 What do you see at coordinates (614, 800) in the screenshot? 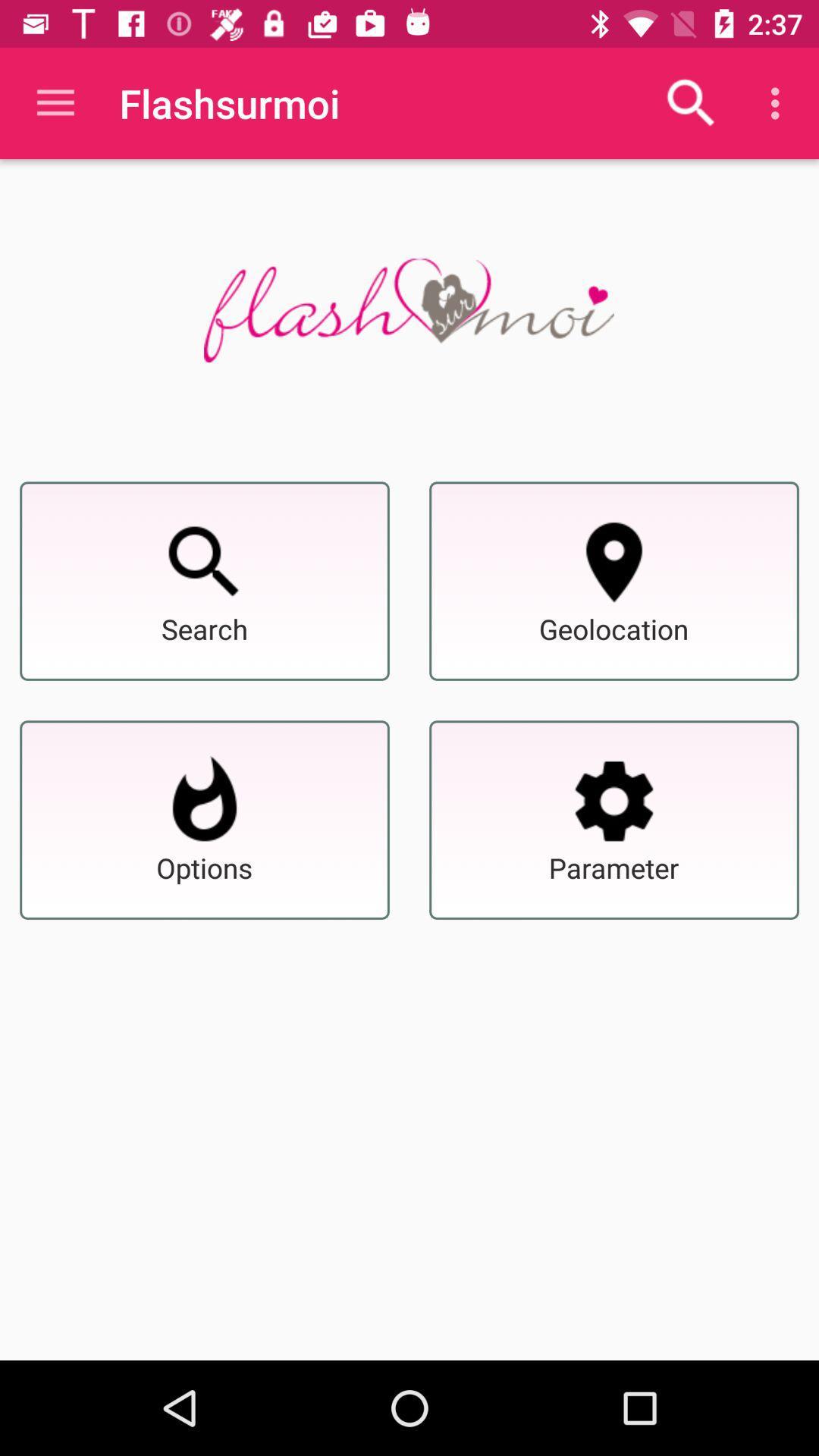
I see `the settings icon` at bounding box center [614, 800].